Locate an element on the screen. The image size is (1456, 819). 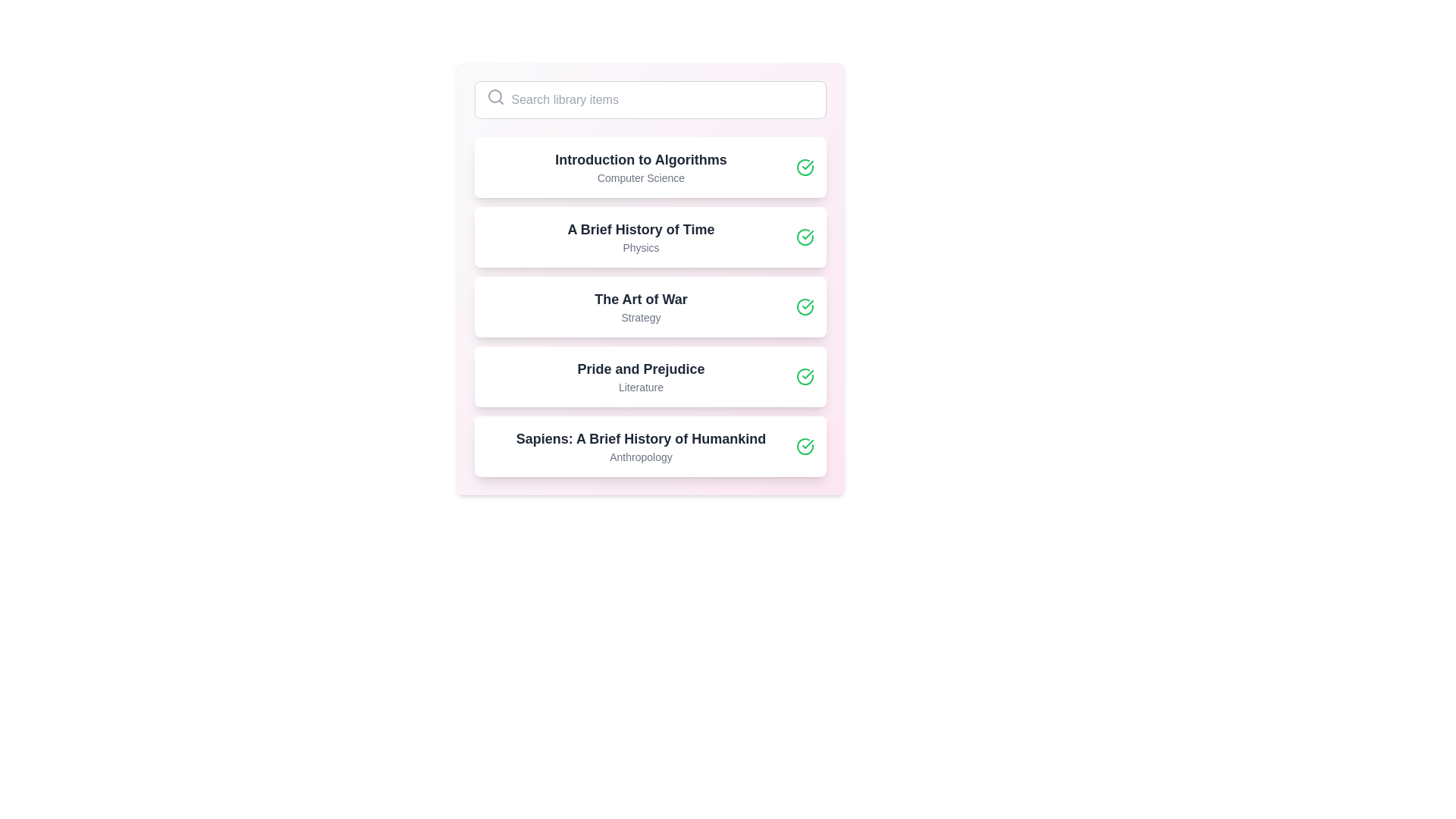
the checkmark icon within the circular stroke symbol, which is positioned on the right-hand side of 'The Art of War' card under the 'Strategy' category is located at coordinates (807, 304).